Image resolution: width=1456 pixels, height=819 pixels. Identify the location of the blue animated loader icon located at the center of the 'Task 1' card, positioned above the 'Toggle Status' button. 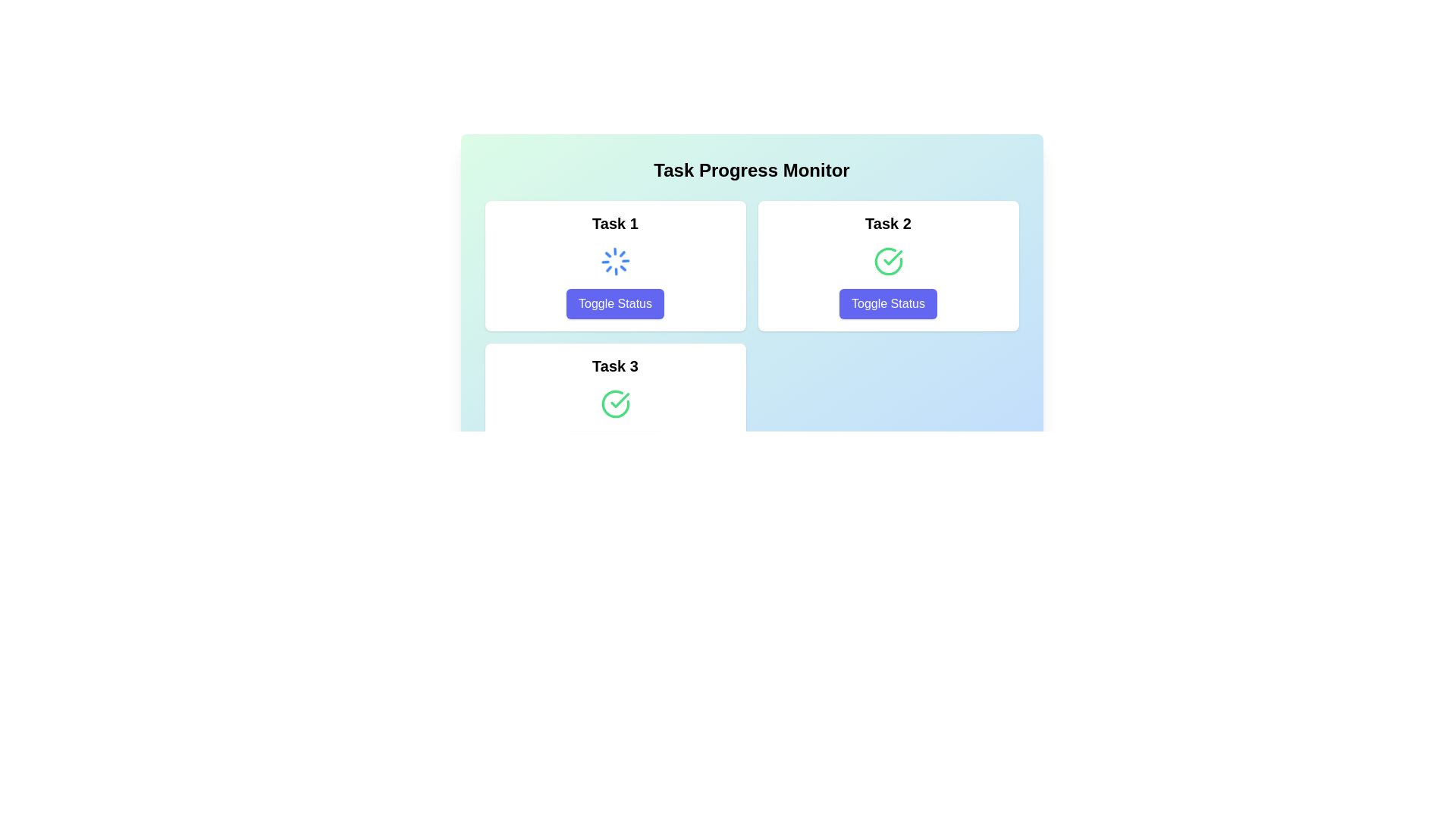
(615, 260).